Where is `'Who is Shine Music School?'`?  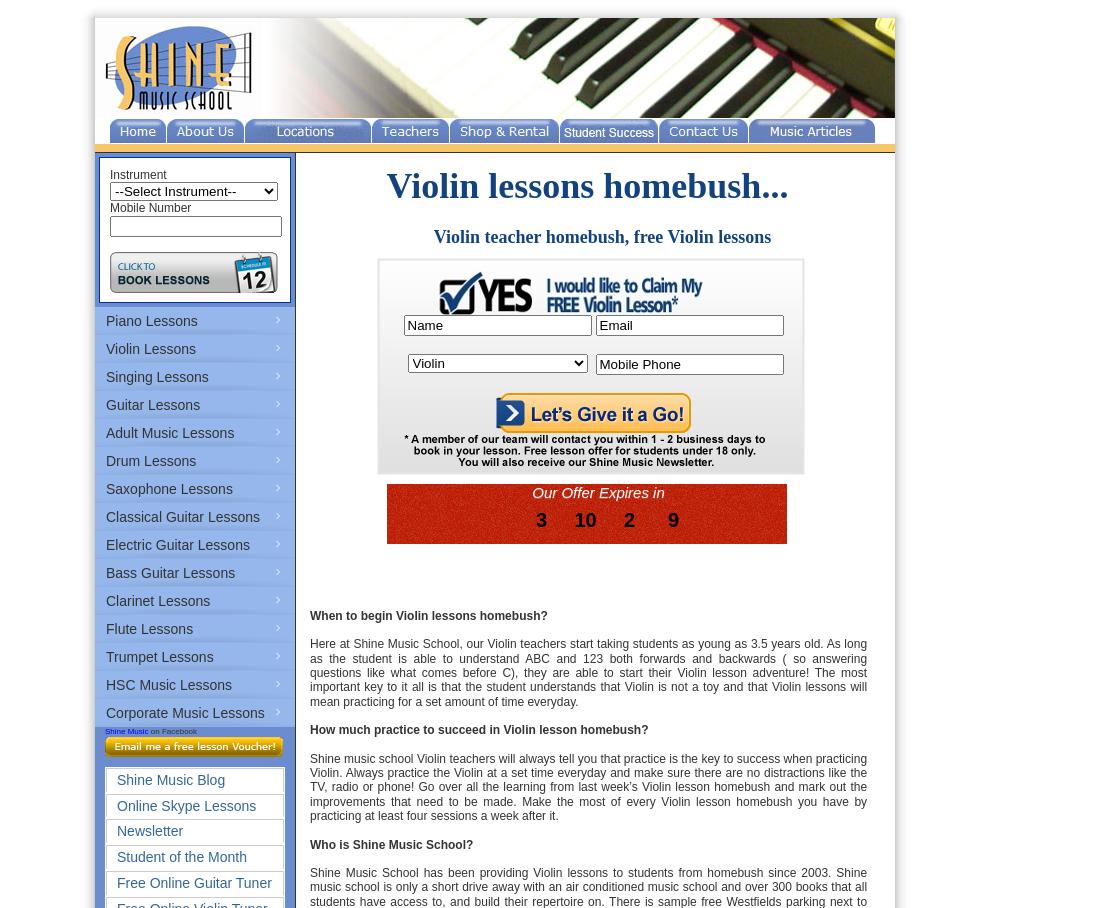
'Who is Shine Music School?' is located at coordinates (391, 842).